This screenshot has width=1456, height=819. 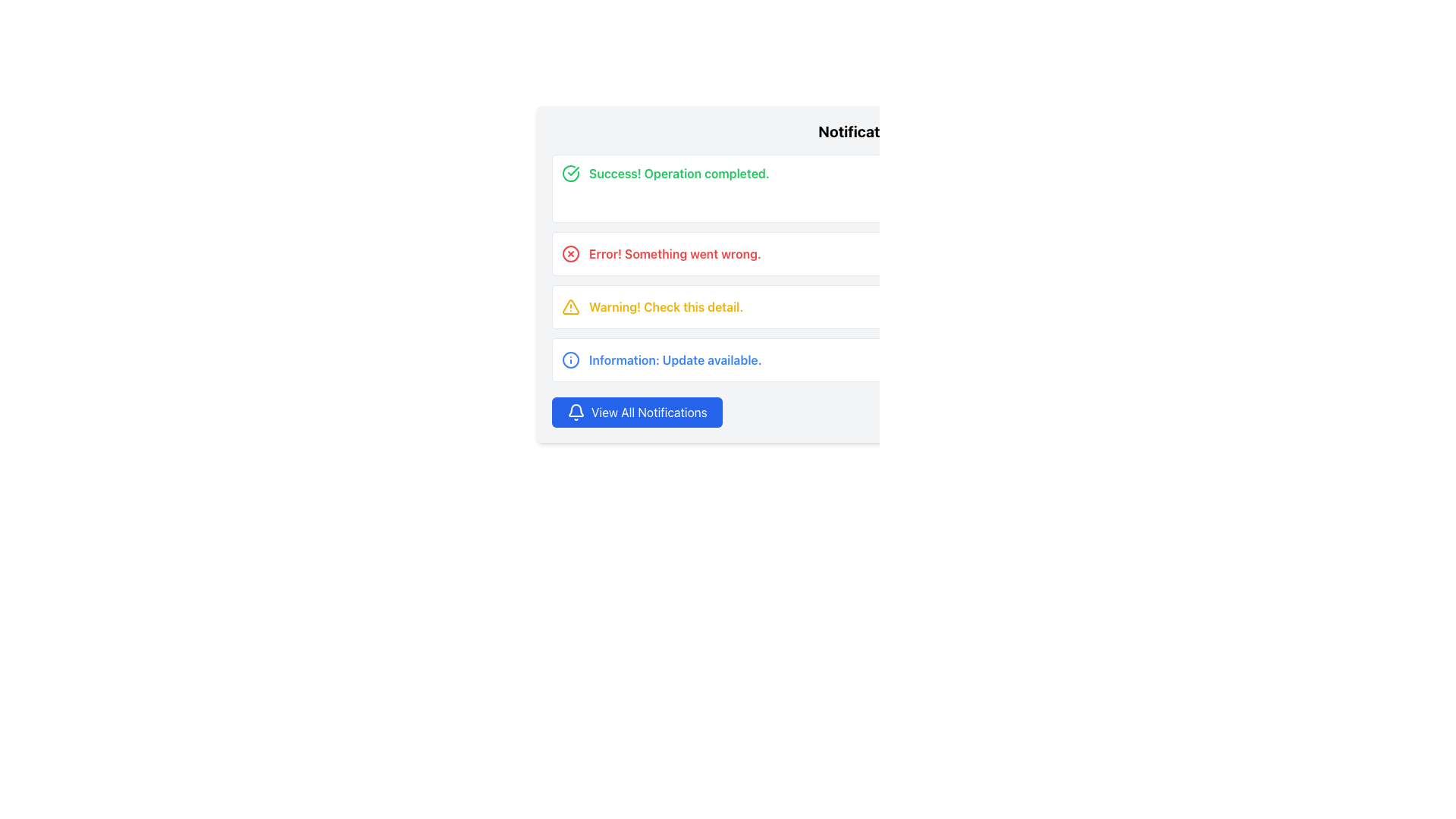 What do you see at coordinates (674, 359) in the screenshot?
I see `the Text label that provides a notification message about an available update, which is located to the right of the blue circular 'i' icon and to the left of the 'Update' button in the fourth alert row of a notification card` at bounding box center [674, 359].